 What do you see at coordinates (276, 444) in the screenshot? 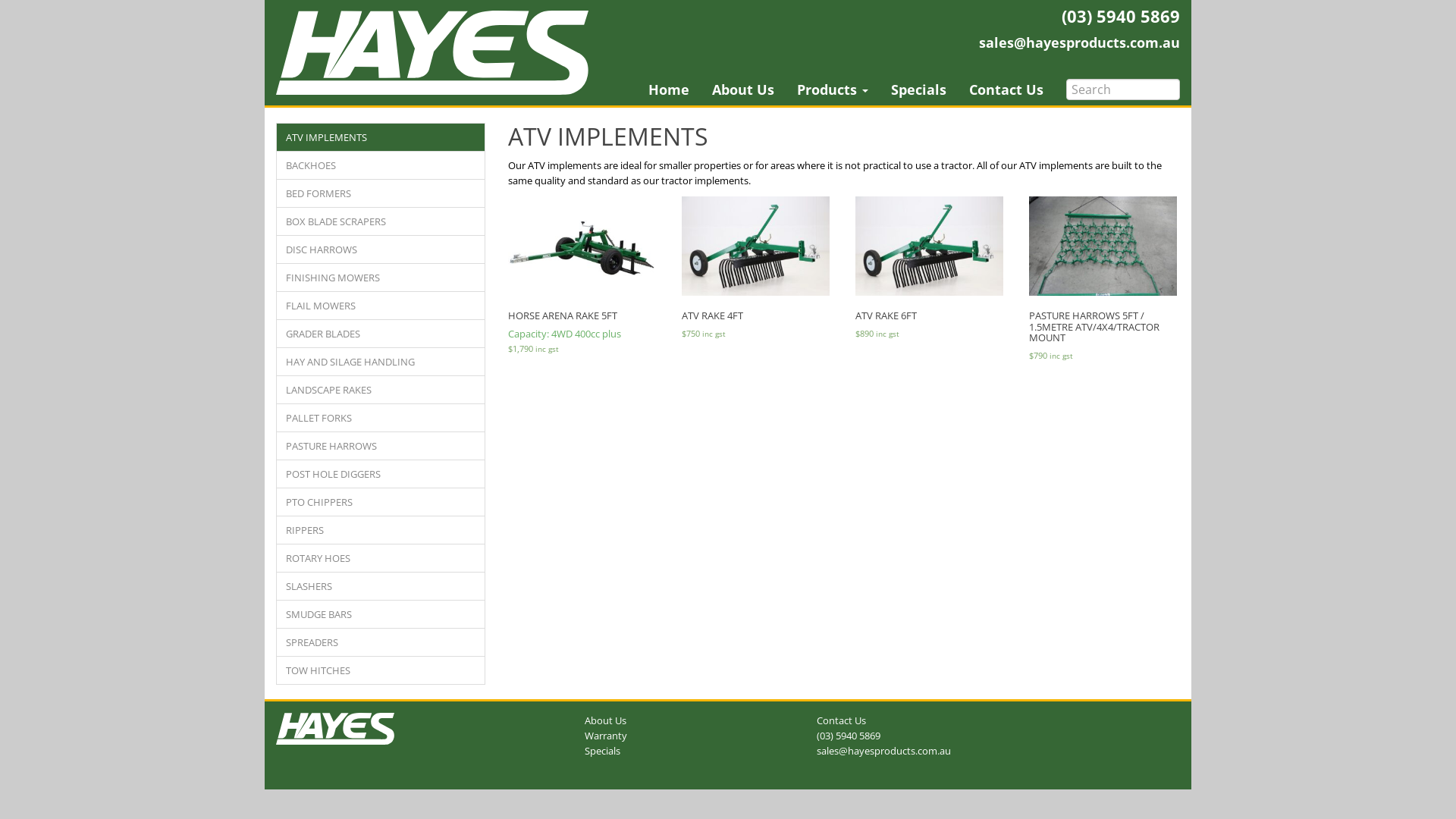
I see `'PASTURE HARROWS'` at bounding box center [276, 444].